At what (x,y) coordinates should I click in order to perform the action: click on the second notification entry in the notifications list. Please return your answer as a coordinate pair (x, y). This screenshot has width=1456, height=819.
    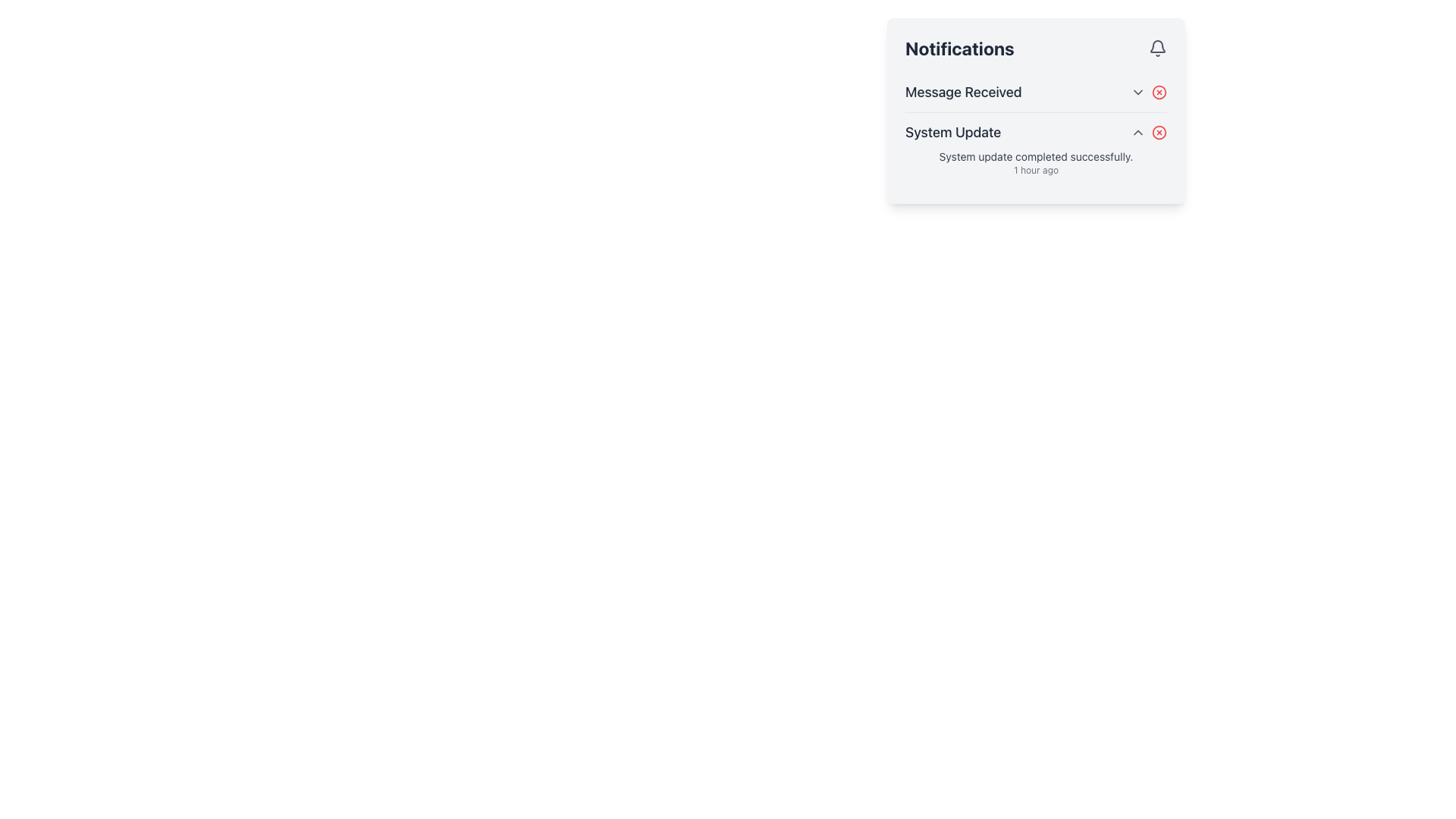
    Looking at the image, I should click on (1035, 128).